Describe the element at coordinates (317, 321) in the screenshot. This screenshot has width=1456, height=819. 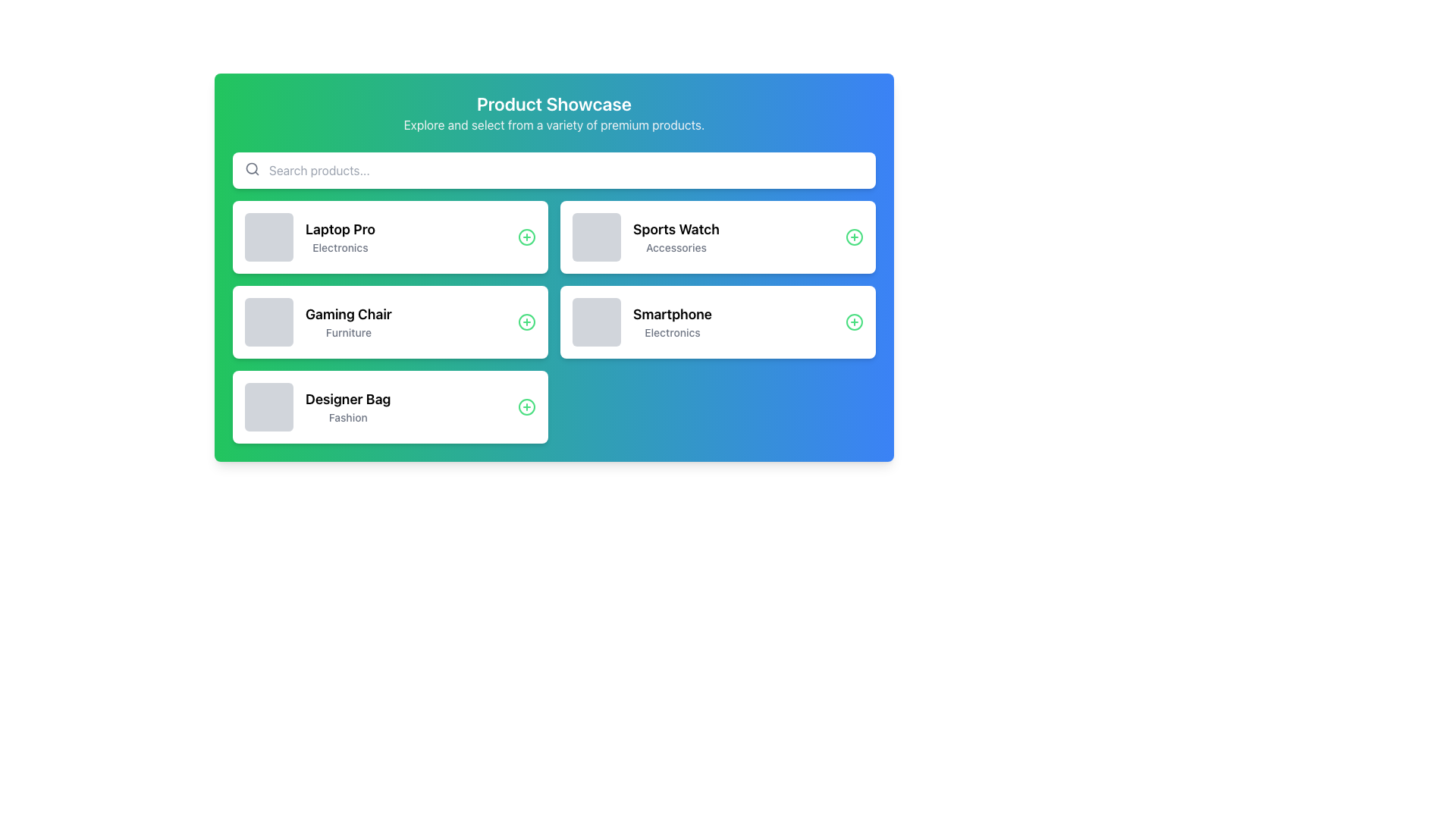
I see `information displayed in the text label containing 'Gaming Chair' and 'Furniture', which is located in the second row, first column of a grid layout, below 'Laptop Pro' and above 'Designer Bag'` at that location.